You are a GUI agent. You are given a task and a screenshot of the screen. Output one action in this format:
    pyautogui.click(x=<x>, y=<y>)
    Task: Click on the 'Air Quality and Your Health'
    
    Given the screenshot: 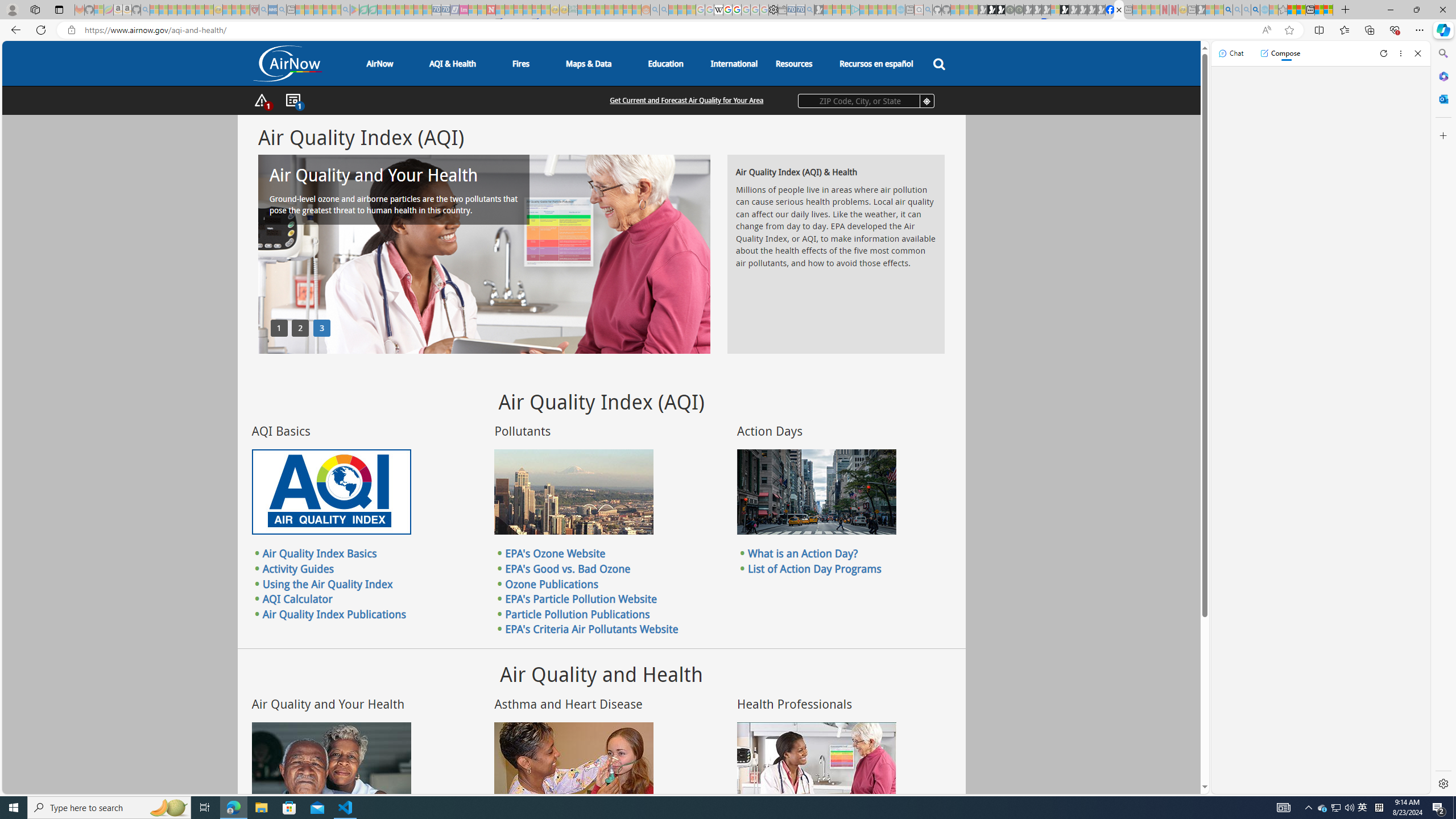 What is the action you would take?
    pyautogui.click(x=331, y=764)
    